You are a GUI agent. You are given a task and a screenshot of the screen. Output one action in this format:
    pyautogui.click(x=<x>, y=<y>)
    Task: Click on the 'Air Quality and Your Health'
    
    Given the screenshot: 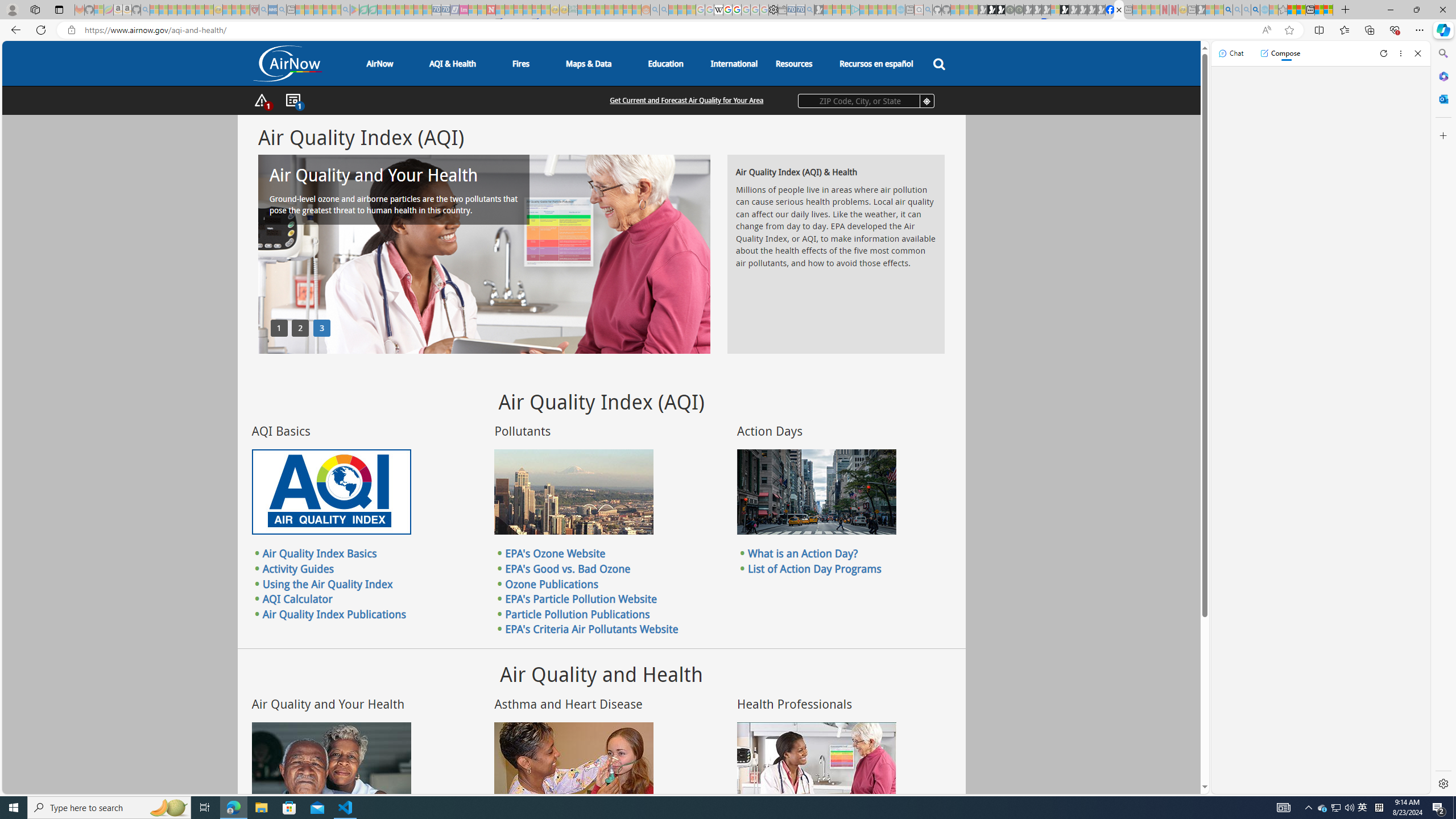 What is the action you would take?
    pyautogui.click(x=331, y=764)
    